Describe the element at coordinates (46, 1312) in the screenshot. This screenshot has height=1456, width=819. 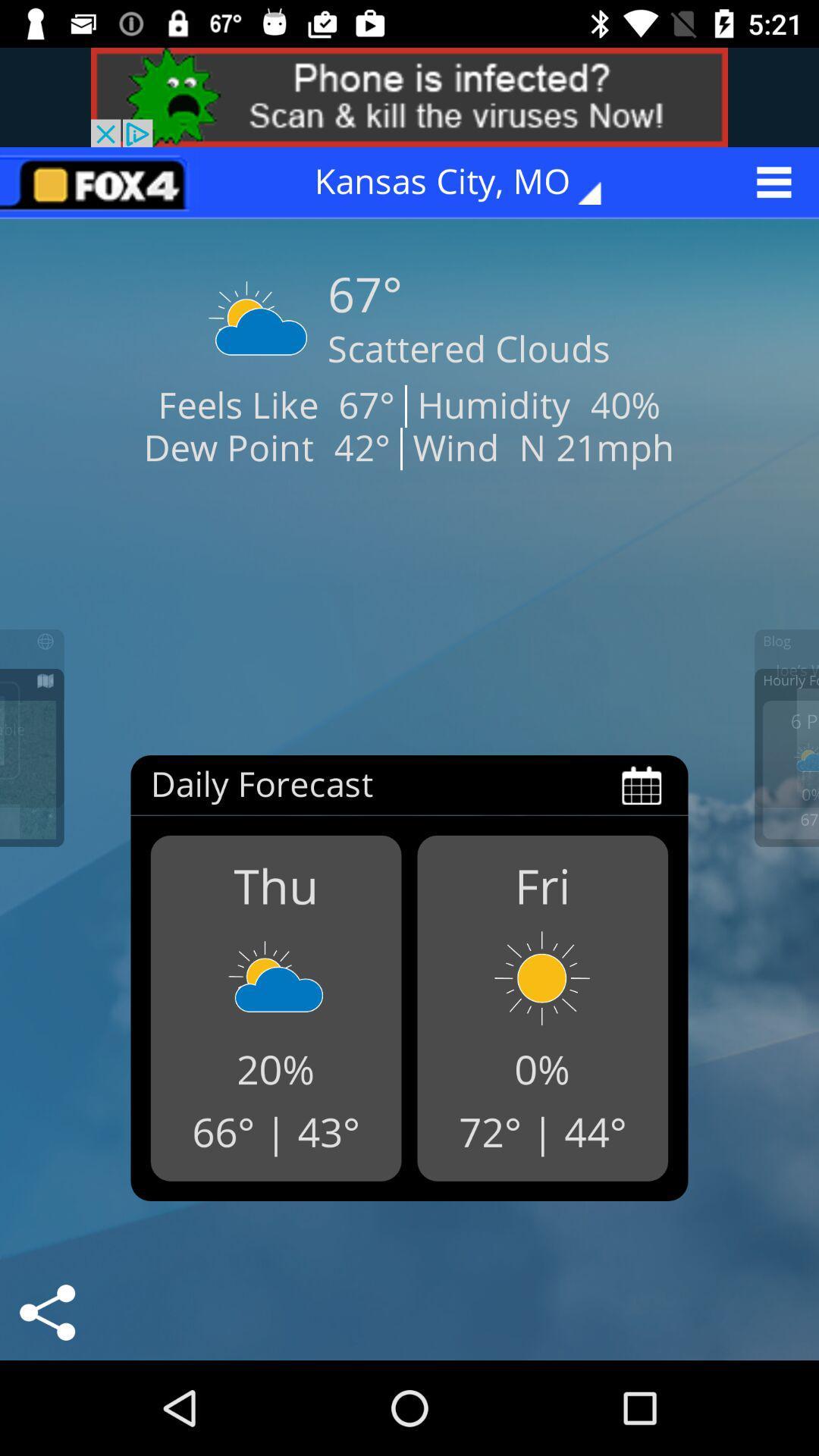
I see `the share icon` at that location.